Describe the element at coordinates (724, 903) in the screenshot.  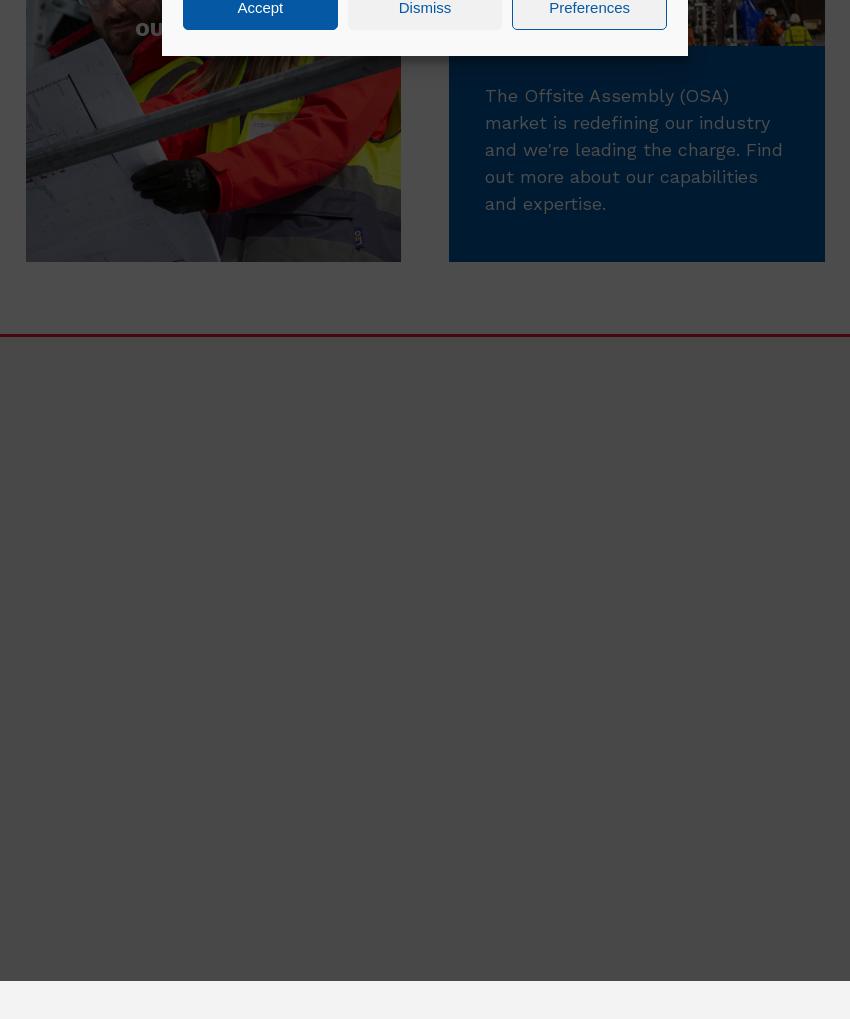
I see `'Why Mercury'` at that location.